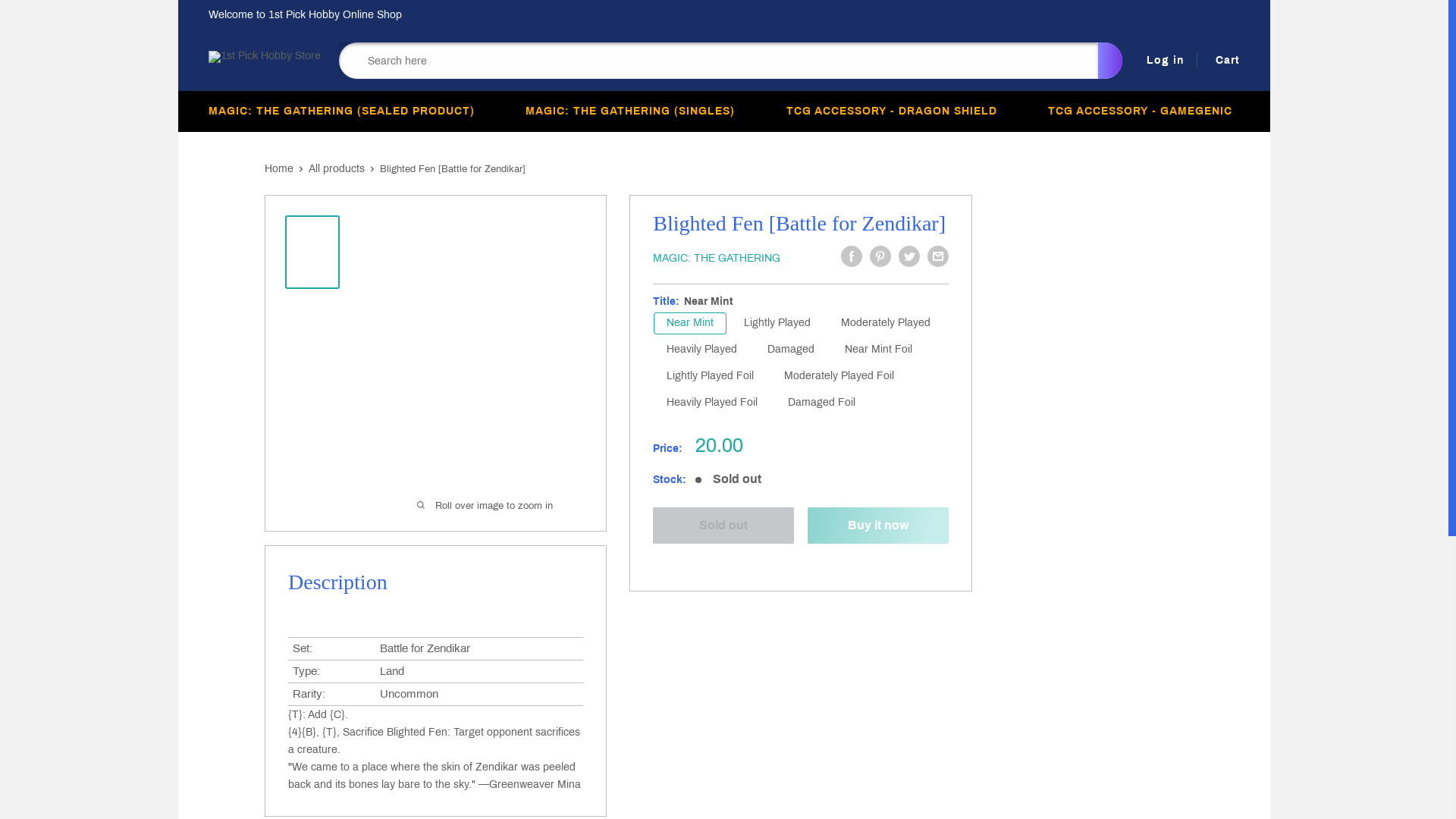 This screenshot has height=819, width=1456. What do you see at coordinates (279, 168) in the screenshot?
I see `'Home'` at bounding box center [279, 168].